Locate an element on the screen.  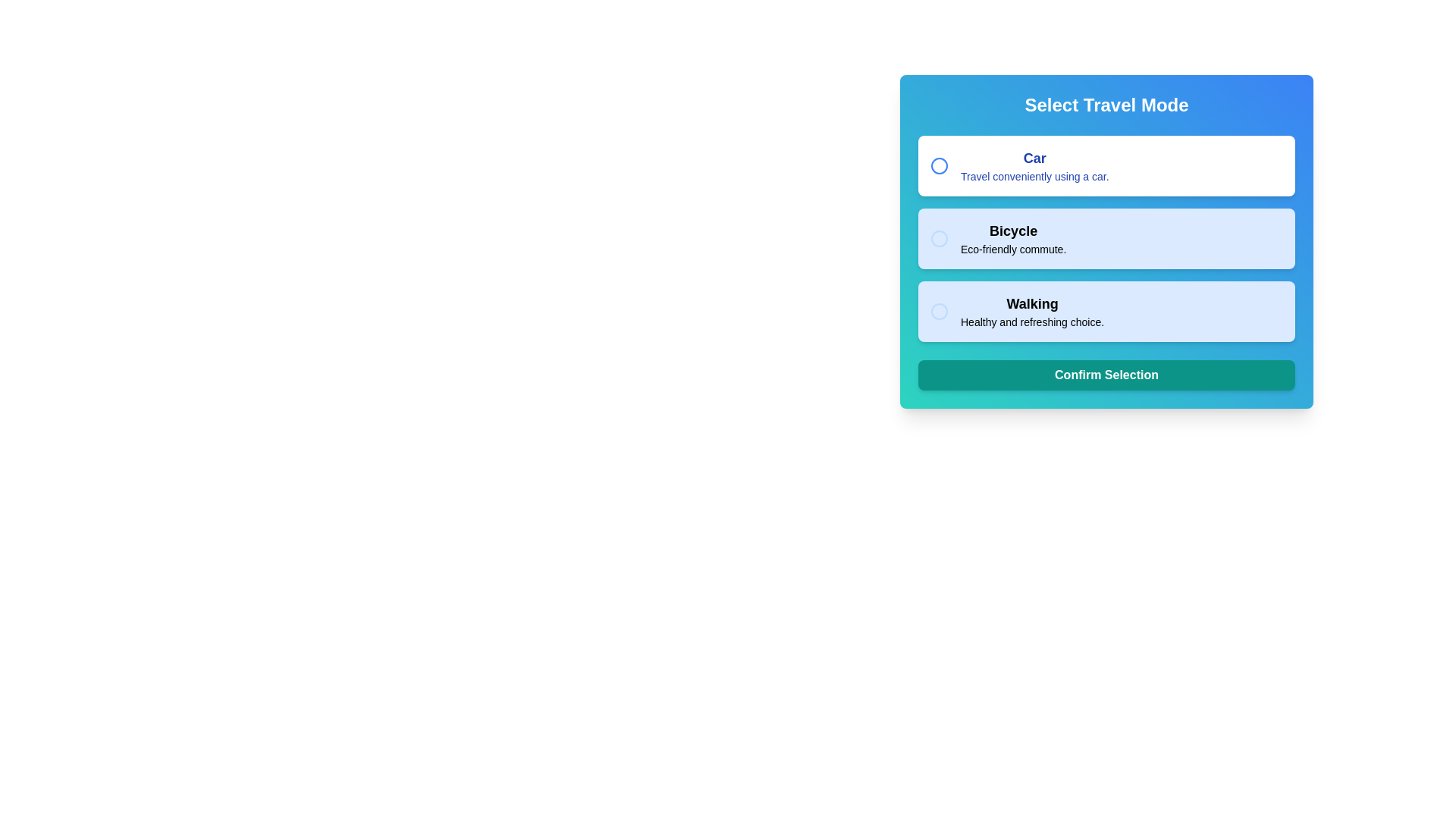
the circular radio button indicator with a blue border and white interior is located at coordinates (938, 166).